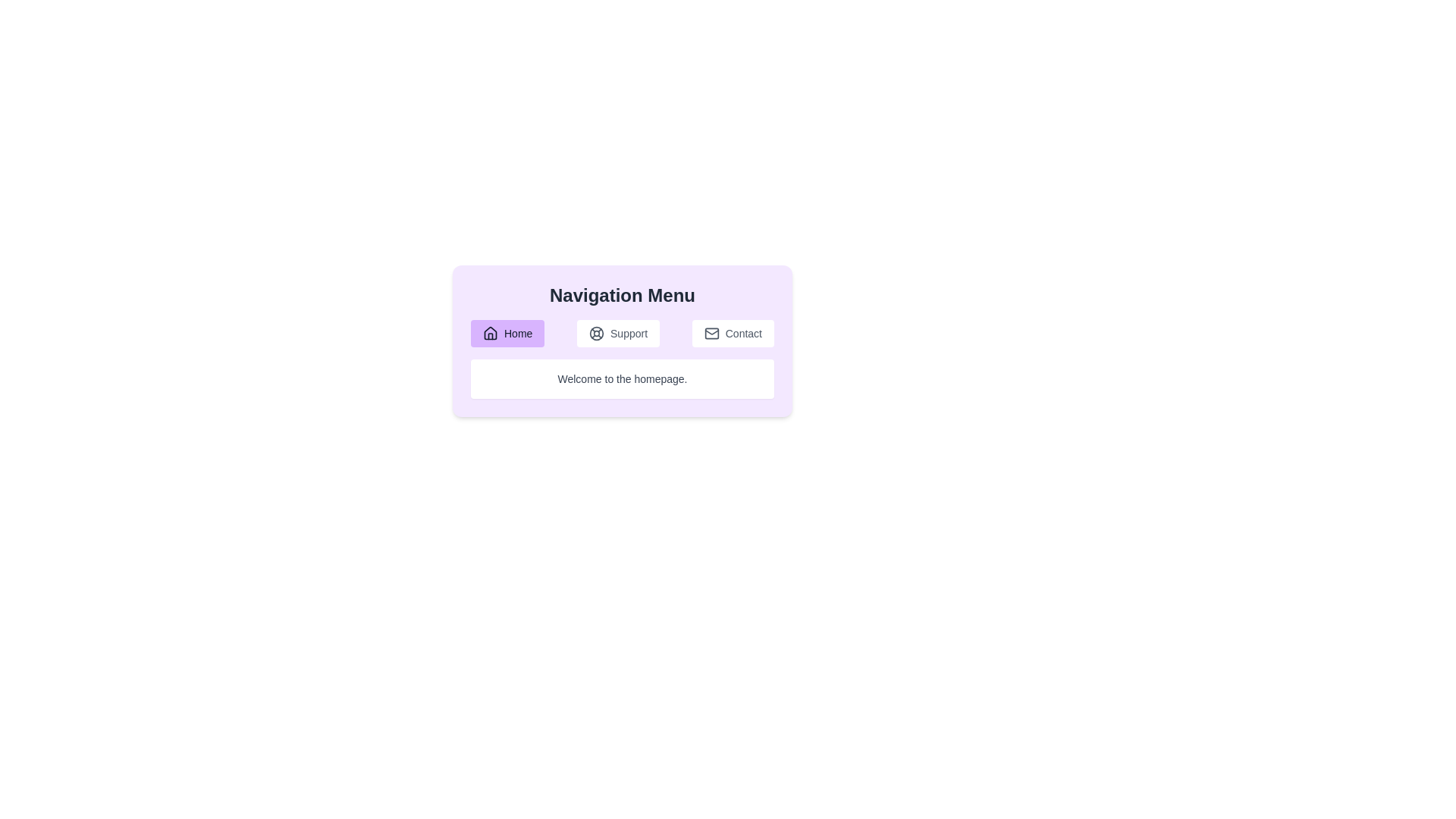 This screenshot has height=819, width=1456. Describe the element at coordinates (743, 332) in the screenshot. I see `the static text within the 'Contact' button in the navigation menu, which indicates the button's functionality` at that location.